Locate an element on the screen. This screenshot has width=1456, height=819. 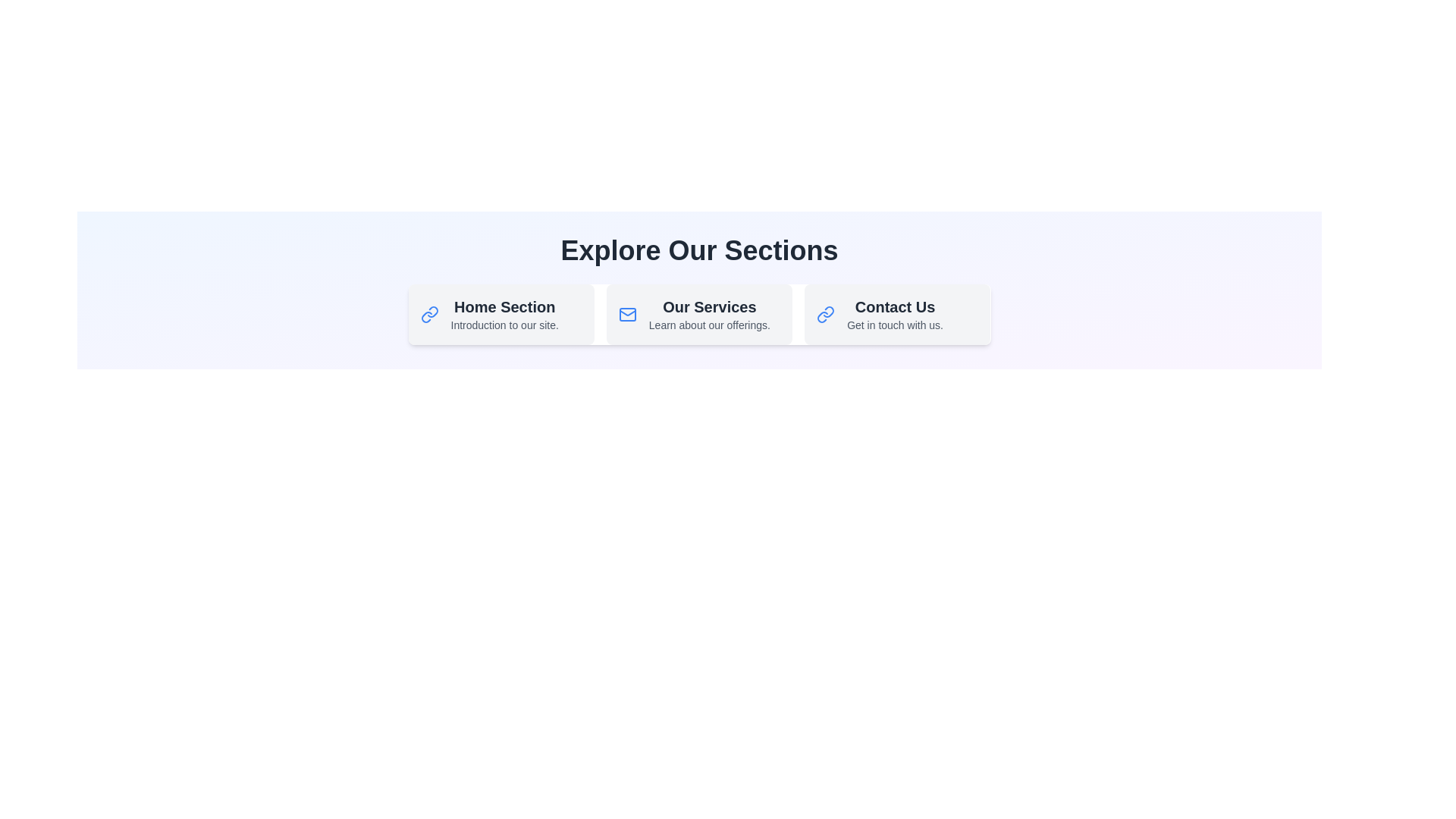
the blue link icon resembling a chain, located to the left of the 'Contact Us' title in the 'Contact Us' card is located at coordinates (825, 314).